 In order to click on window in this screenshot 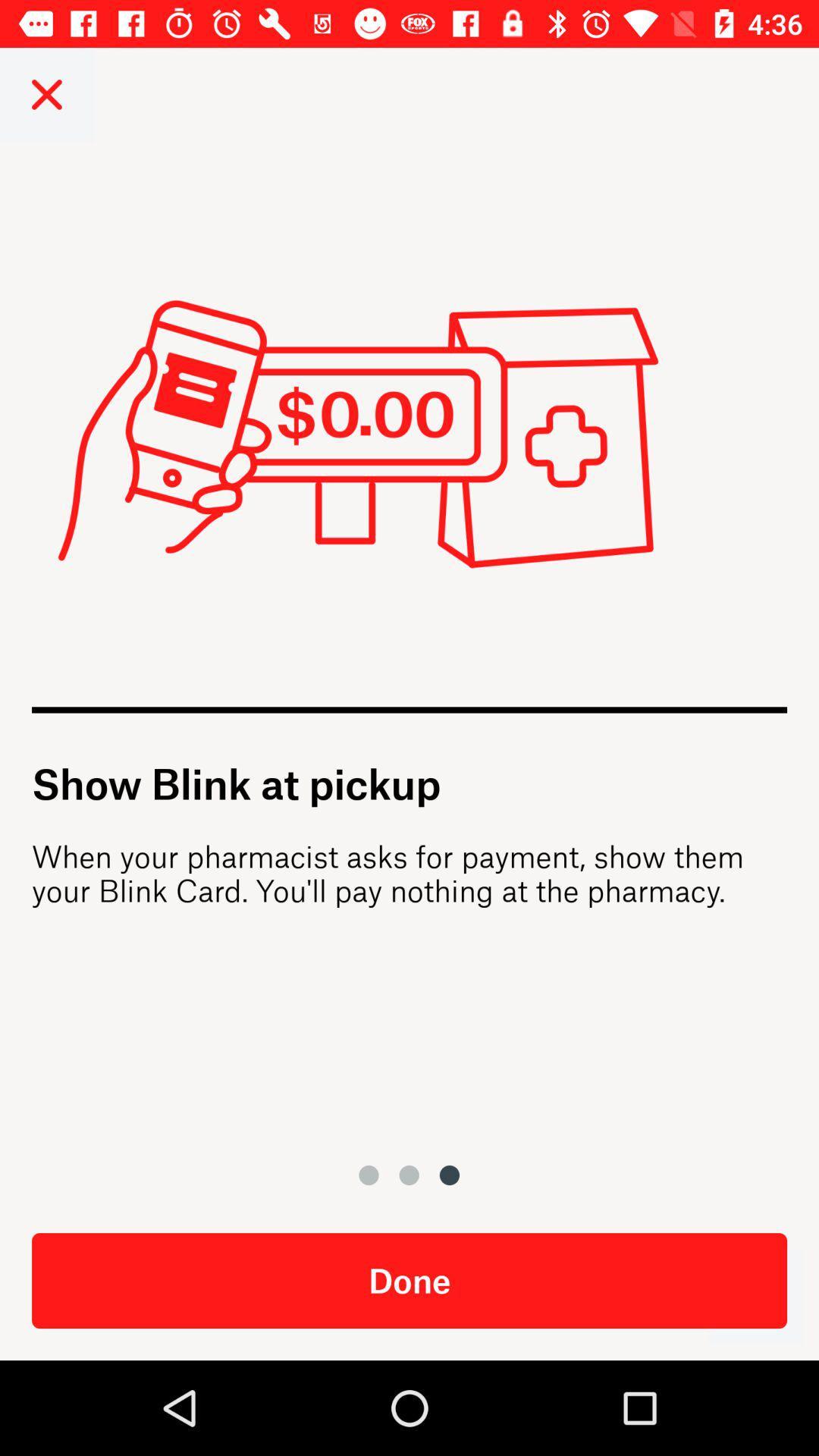, I will do `click(45, 93)`.